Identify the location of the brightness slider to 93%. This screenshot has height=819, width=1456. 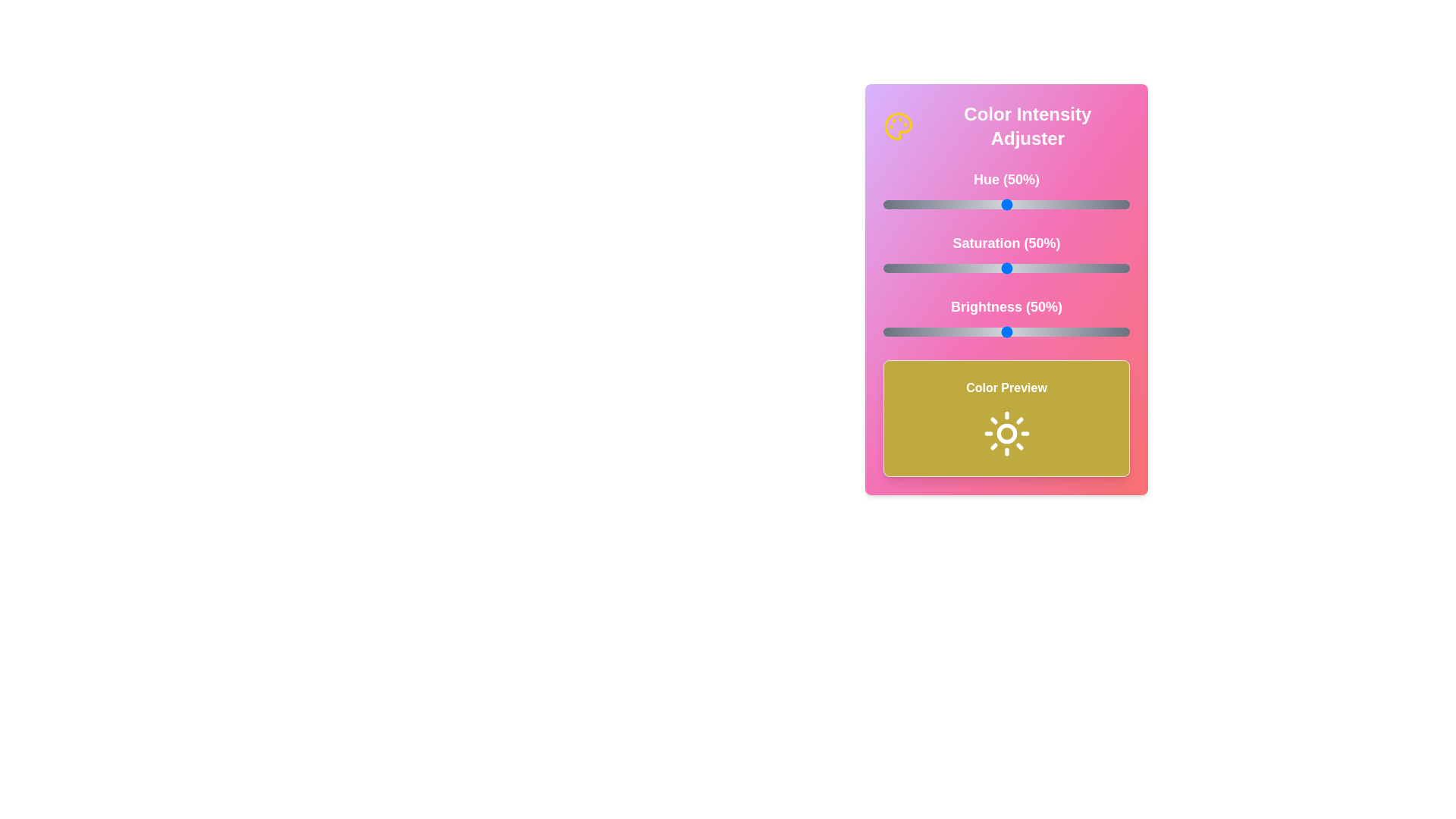
(1112, 331).